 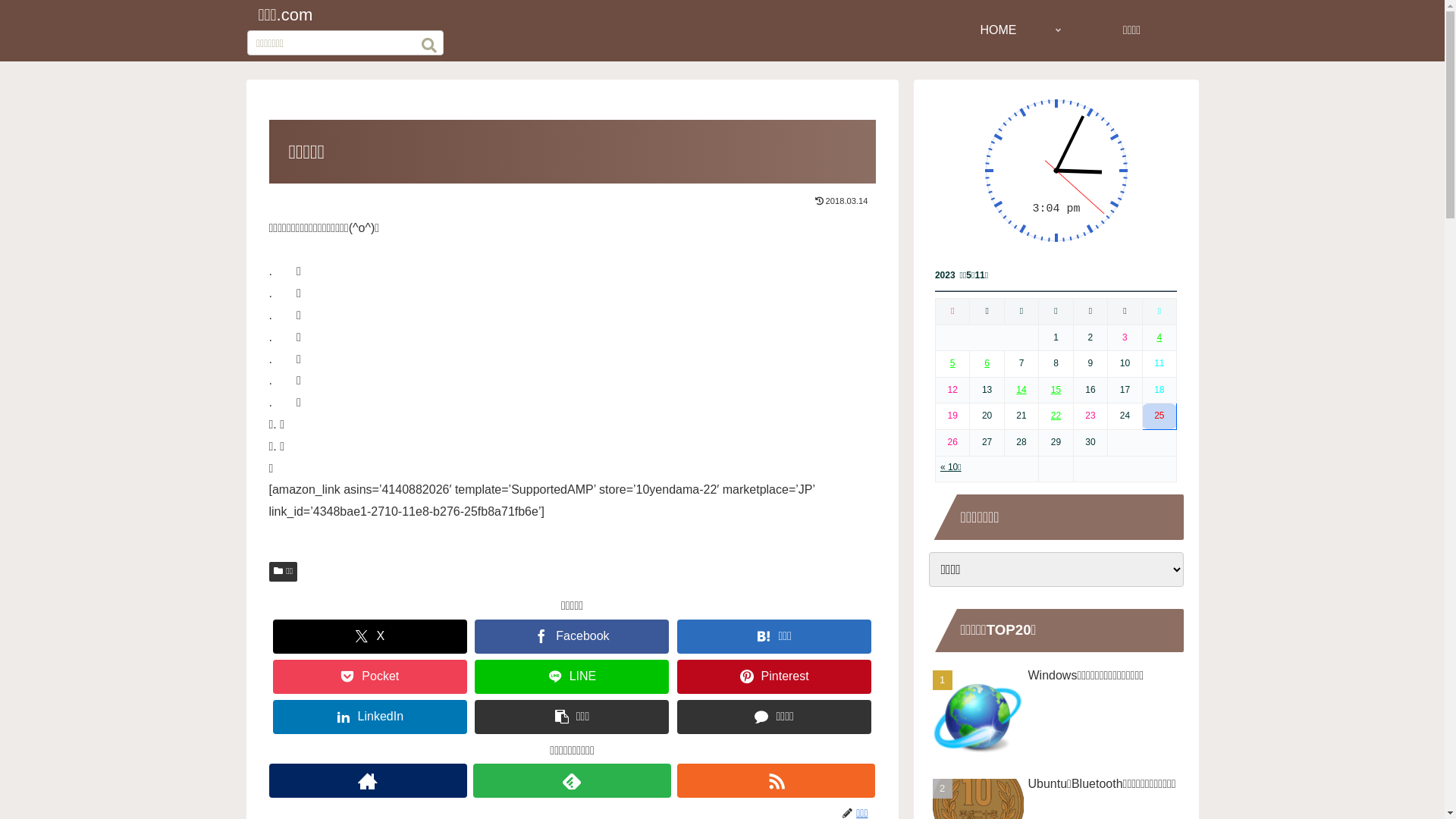 What do you see at coordinates (370, 676) in the screenshot?
I see `'Pocket'` at bounding box center [370, 676].